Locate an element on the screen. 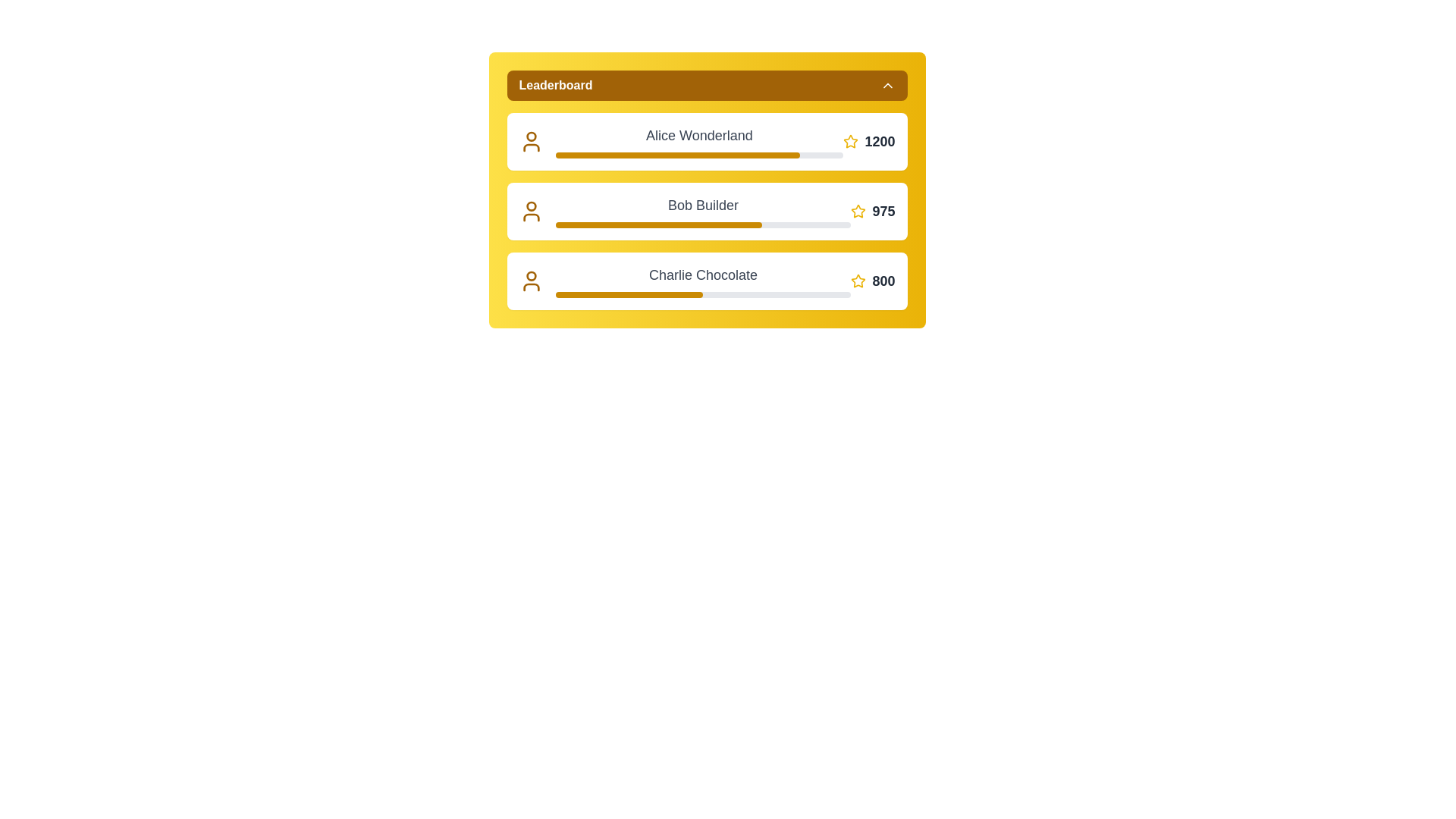 This screenshot has height=819, width=1456. the lower portion of the user icon representing a semi-circular body shape with rounded edges, which is part of the leaderboard interface and located to the left of 'Alice Wonderland' is located at coordinates (531, 148).